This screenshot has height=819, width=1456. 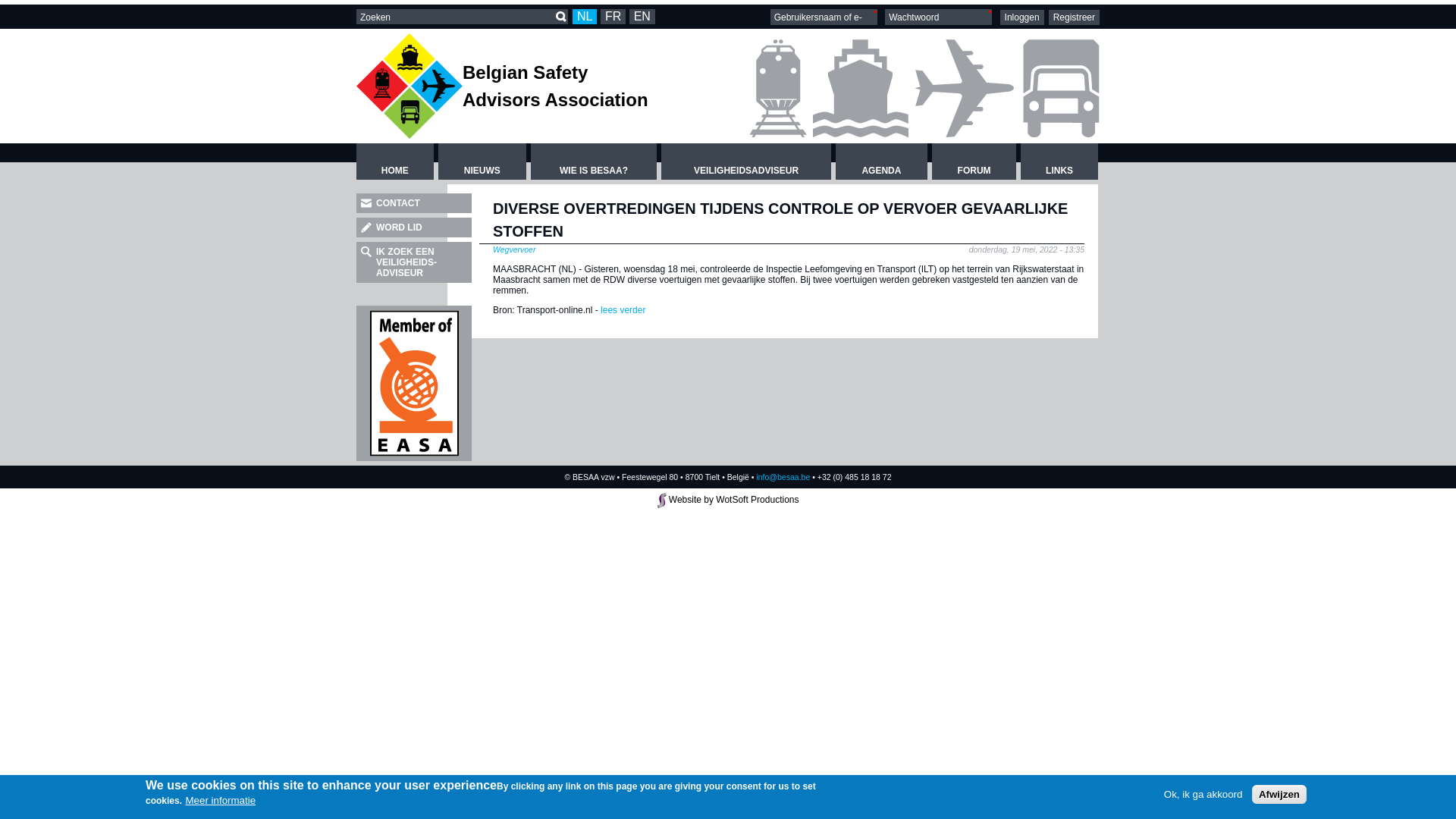 I want to click on 'NIEUWS', so click(x=481, y=161).